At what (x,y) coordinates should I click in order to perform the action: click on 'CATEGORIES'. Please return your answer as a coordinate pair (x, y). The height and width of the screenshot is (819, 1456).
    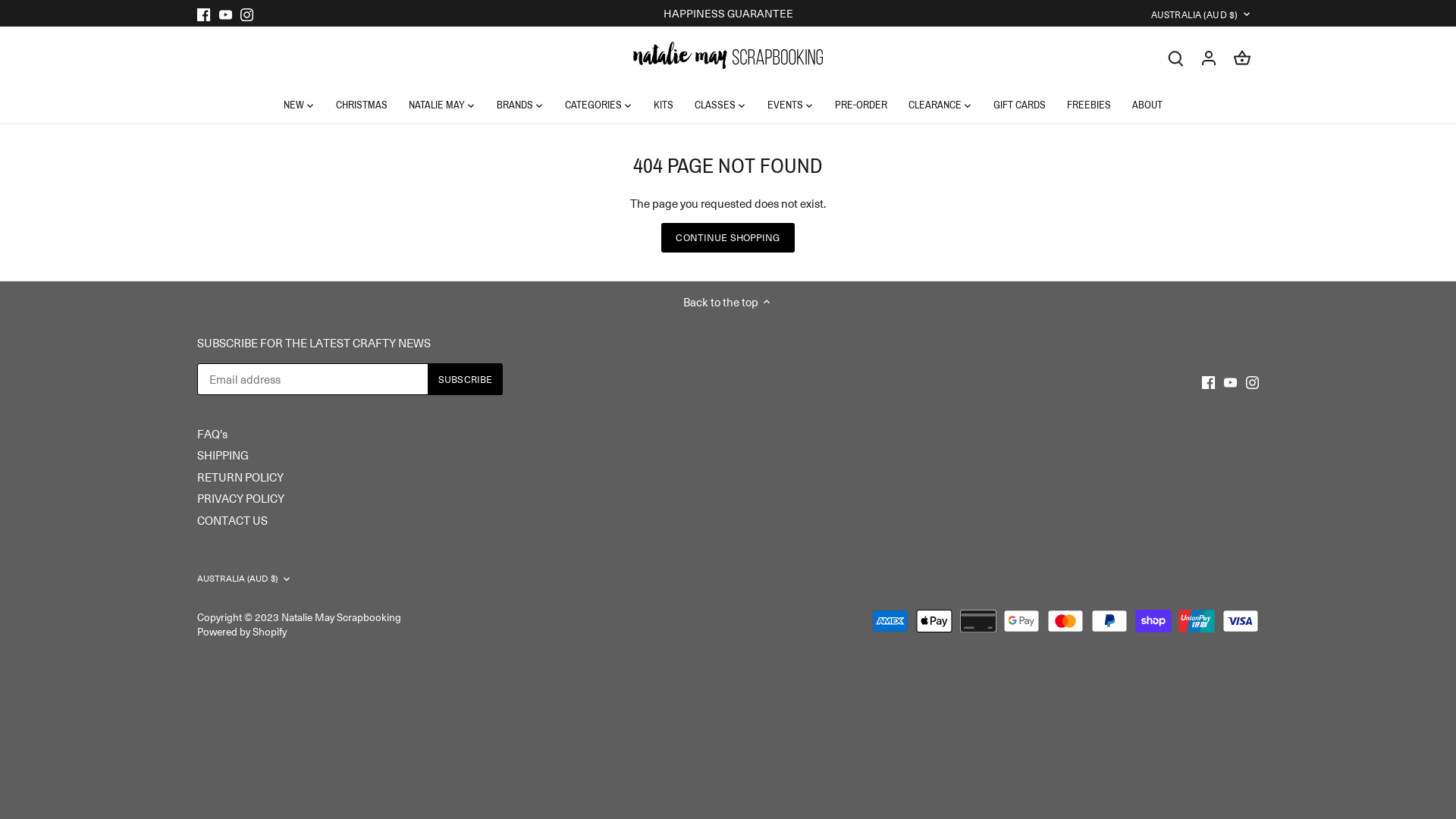
    Looking at the image, I should click on (591, 104).